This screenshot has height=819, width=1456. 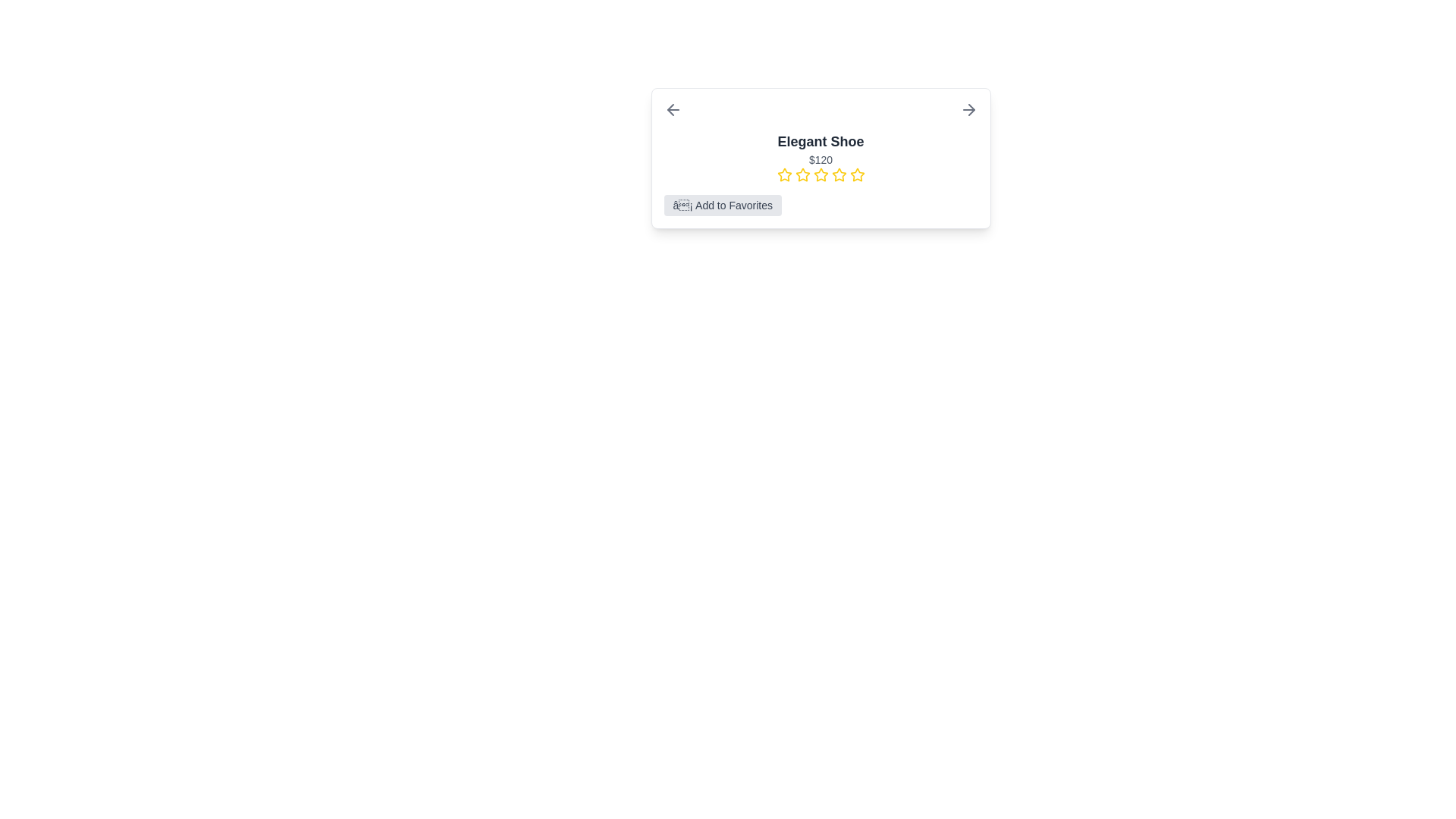 I want to click on the fourth star icon in the rating feature, so click(x=838, y=174).